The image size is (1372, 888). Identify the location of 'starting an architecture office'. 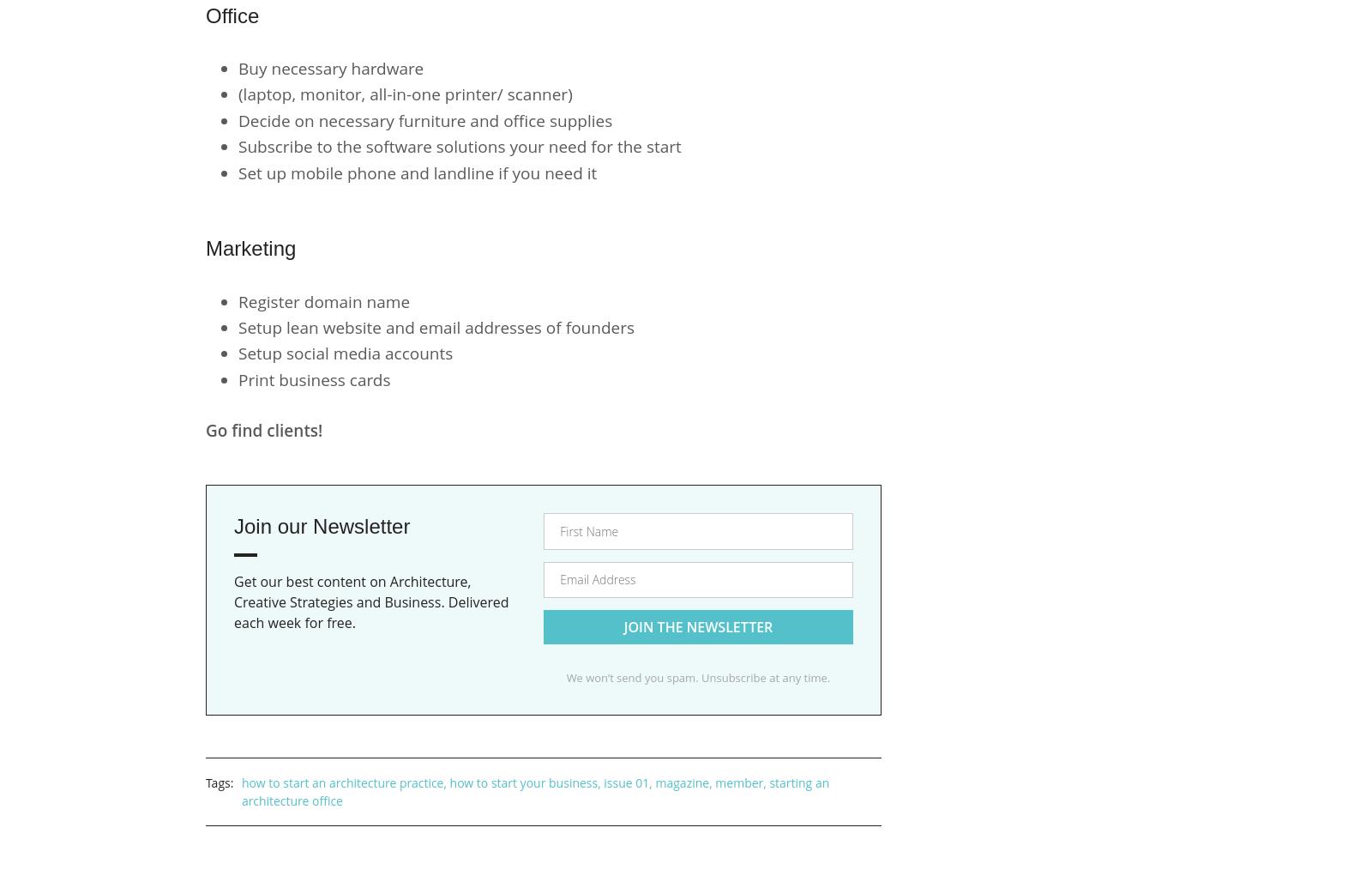
(535, 789).